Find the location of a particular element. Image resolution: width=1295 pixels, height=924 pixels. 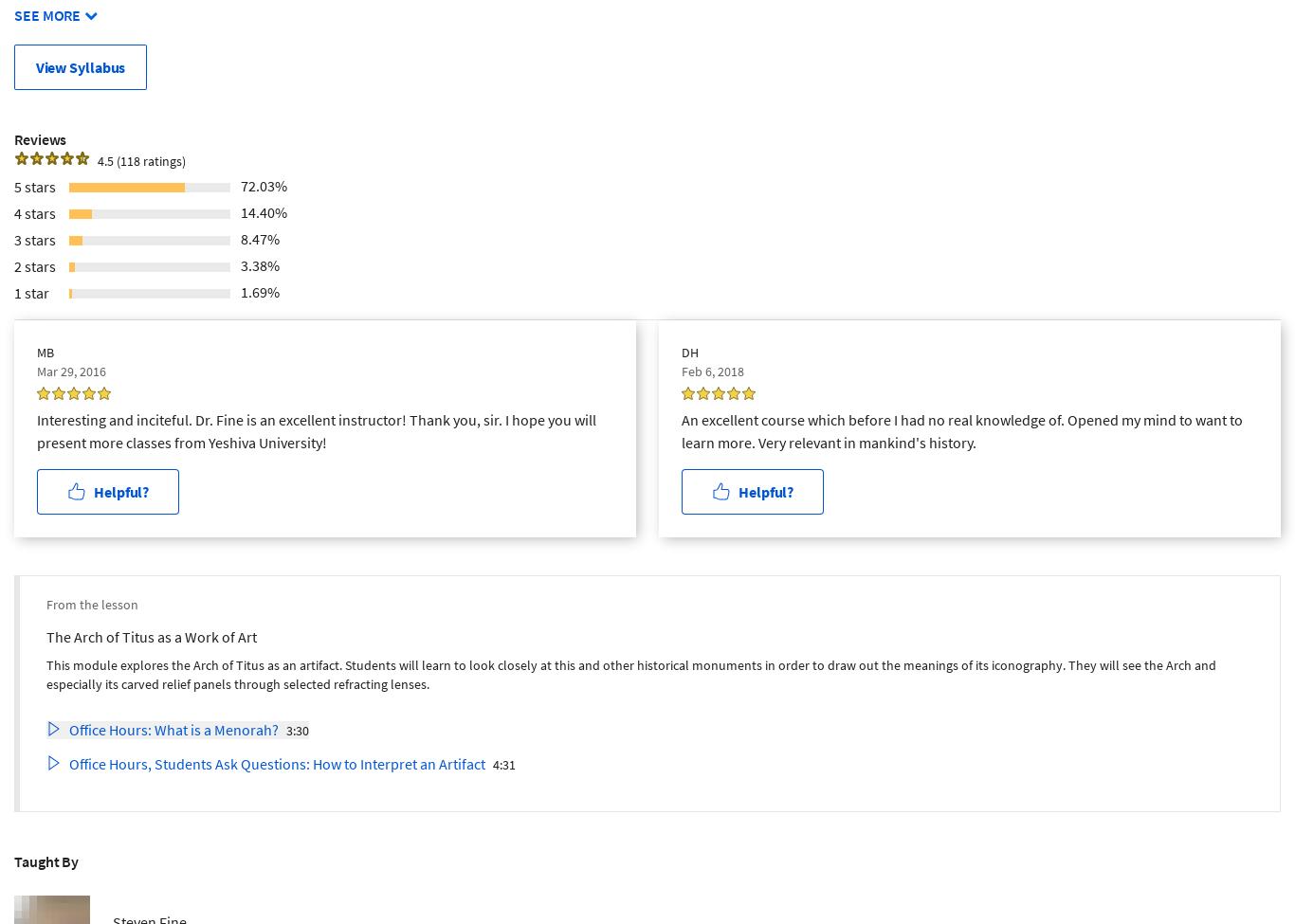

'SEE MORE' is located at coordinates (46, 14).